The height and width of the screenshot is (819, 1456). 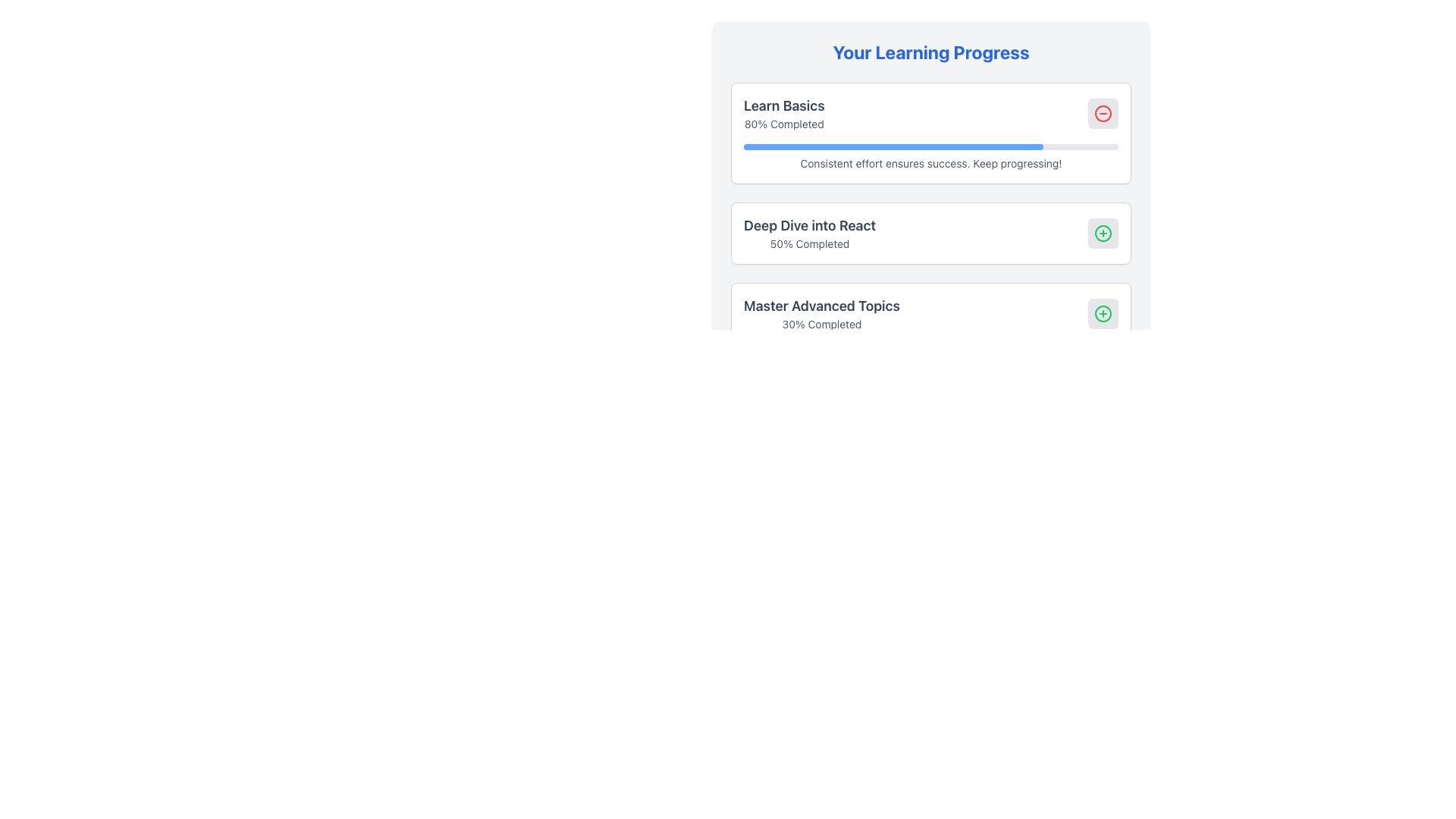 I want to click on the text label displaying '50% Completed', which is located beneath the title 'Deep Dive into React' in a progress tracking interface, so click(x=809, y=243).